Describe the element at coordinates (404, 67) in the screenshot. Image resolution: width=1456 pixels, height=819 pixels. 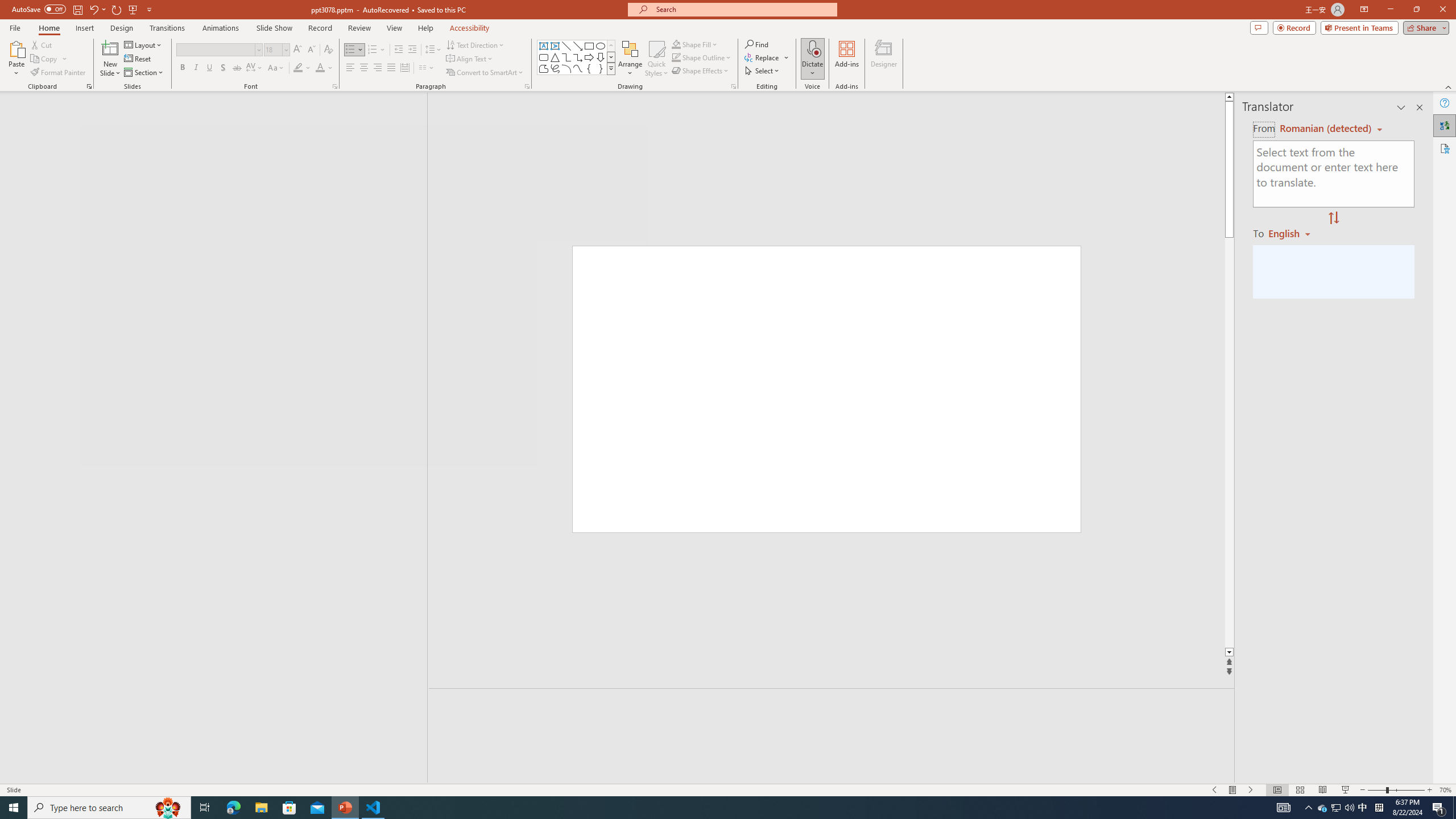
I see `'Distributed'` at that location.